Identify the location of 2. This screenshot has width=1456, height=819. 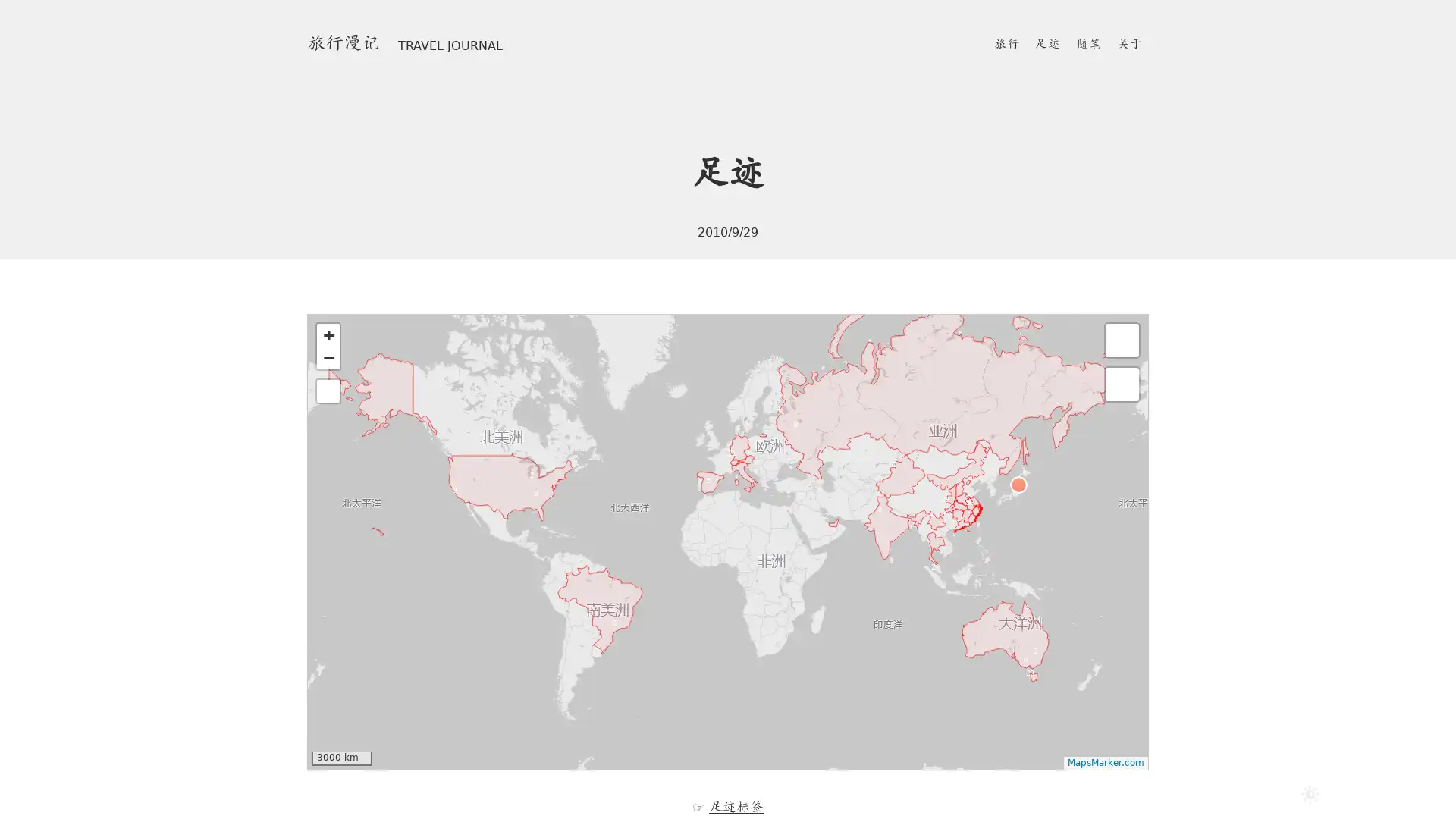
(831, 519).